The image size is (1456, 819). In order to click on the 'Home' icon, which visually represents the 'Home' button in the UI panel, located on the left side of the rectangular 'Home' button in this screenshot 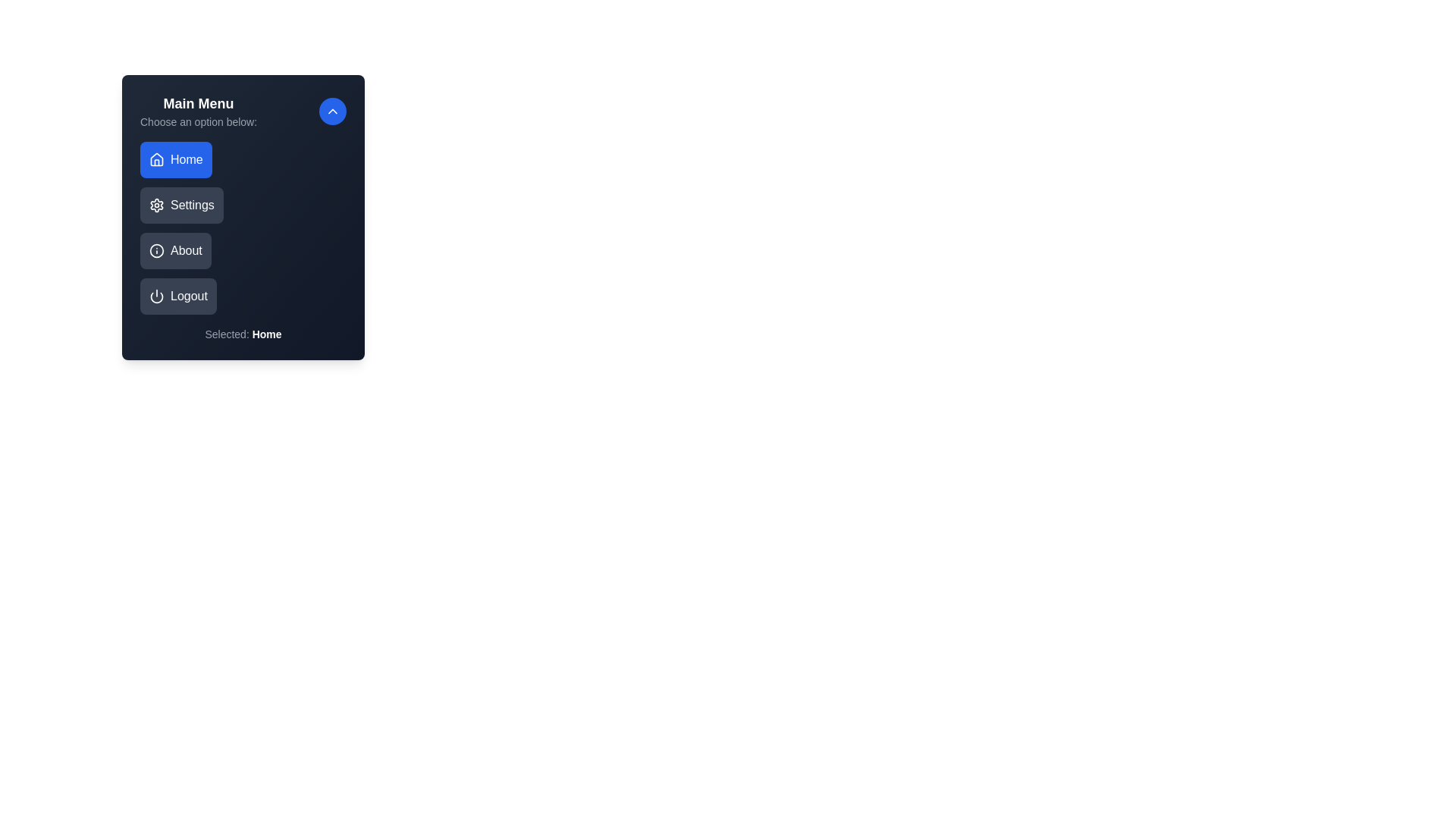, I will do `click(156, 158)`.